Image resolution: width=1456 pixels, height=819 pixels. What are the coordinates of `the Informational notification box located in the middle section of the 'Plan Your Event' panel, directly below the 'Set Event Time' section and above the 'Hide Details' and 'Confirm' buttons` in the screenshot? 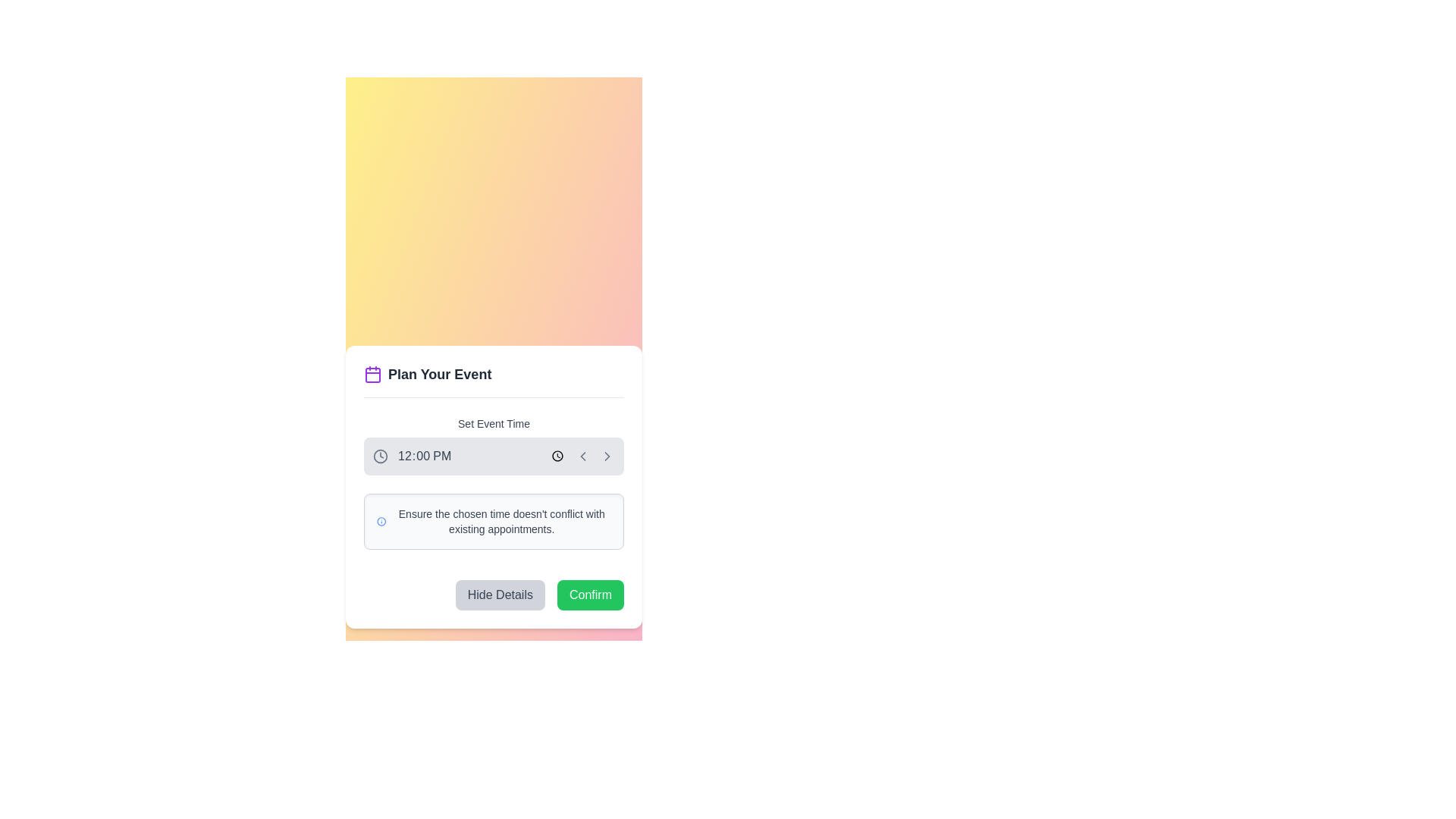 It's located at (494, 520).